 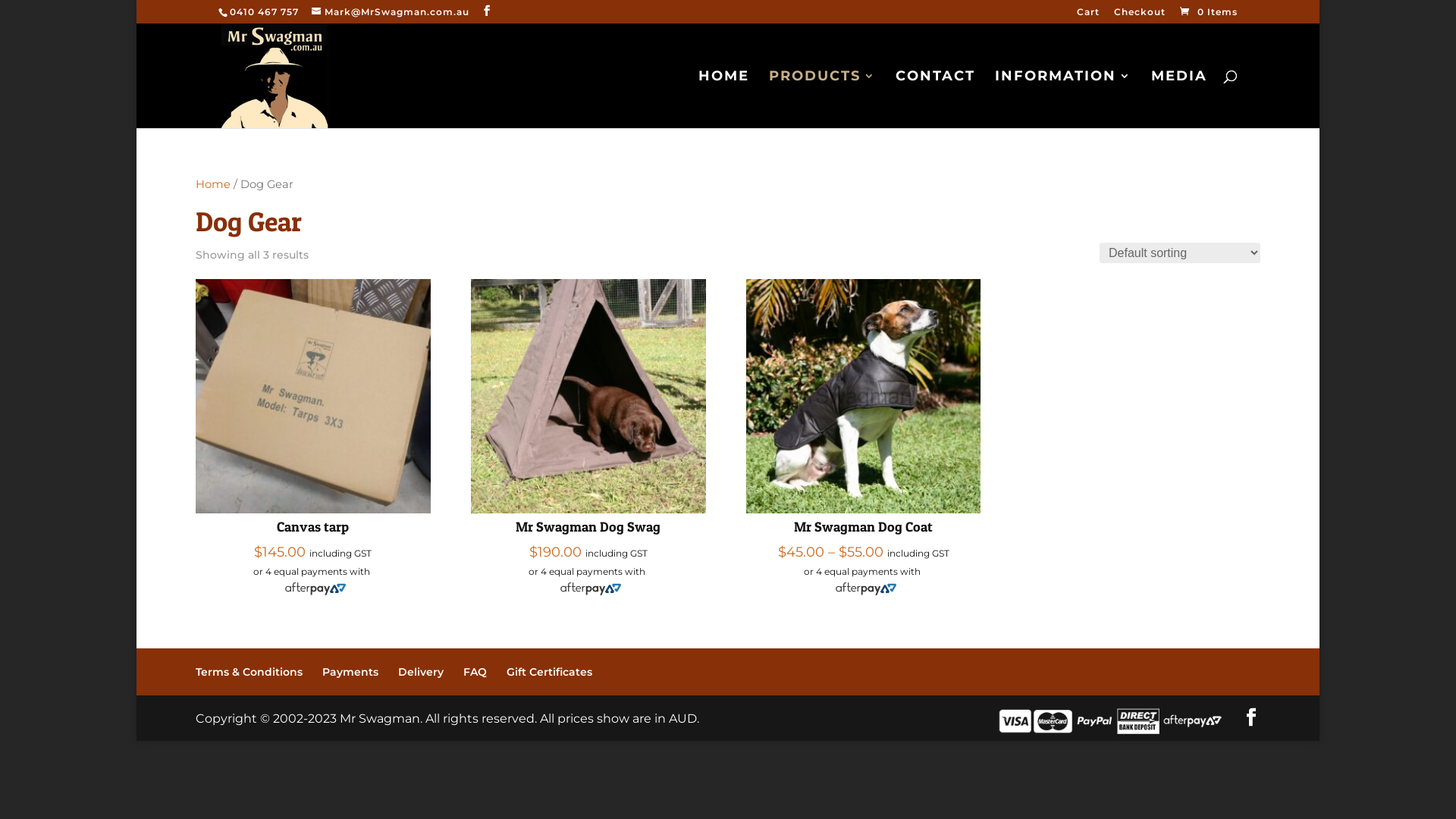 I want to click on 'PRODUCTS', so click(x=768, y=99).